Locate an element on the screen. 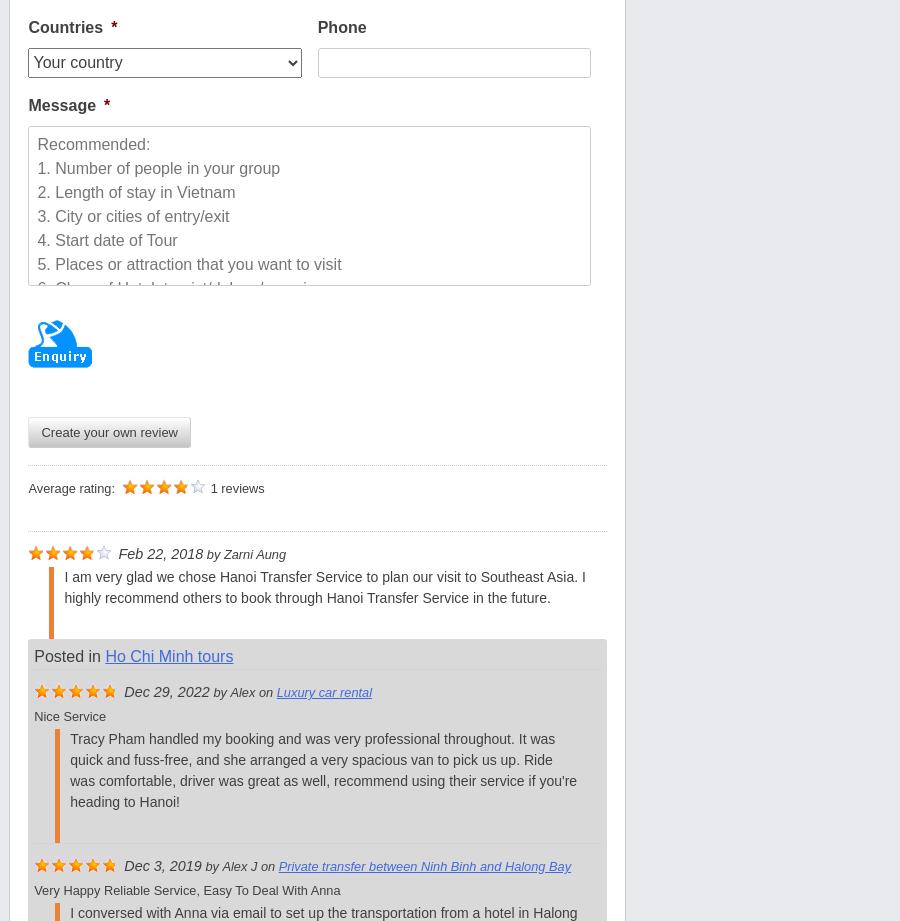 The height and width of the screenshot is (921, 900). 'Phone' is located at coordinates (341, 26).